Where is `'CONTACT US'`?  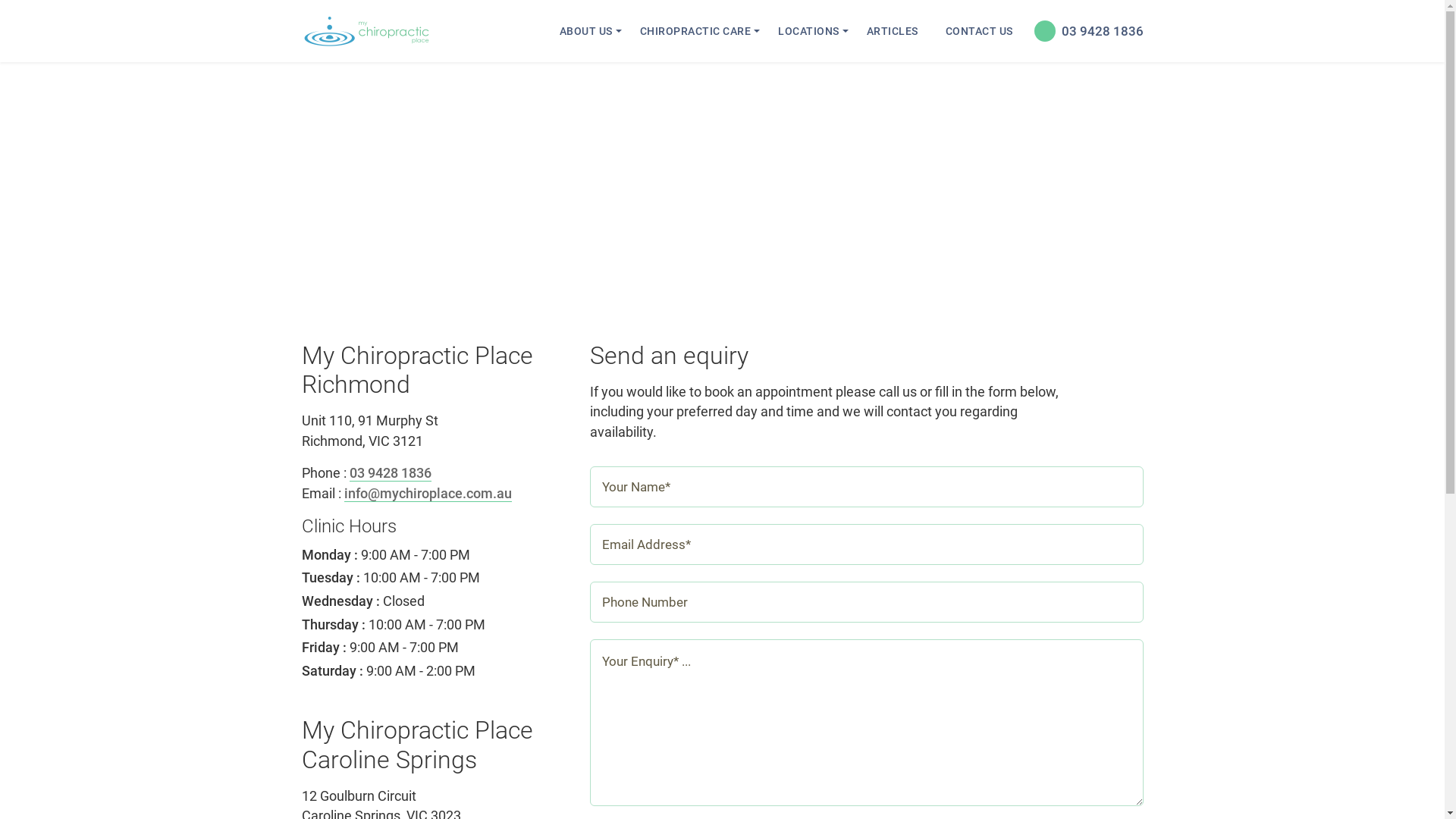
'CONTACT US' is located at coordinates (934, 31).